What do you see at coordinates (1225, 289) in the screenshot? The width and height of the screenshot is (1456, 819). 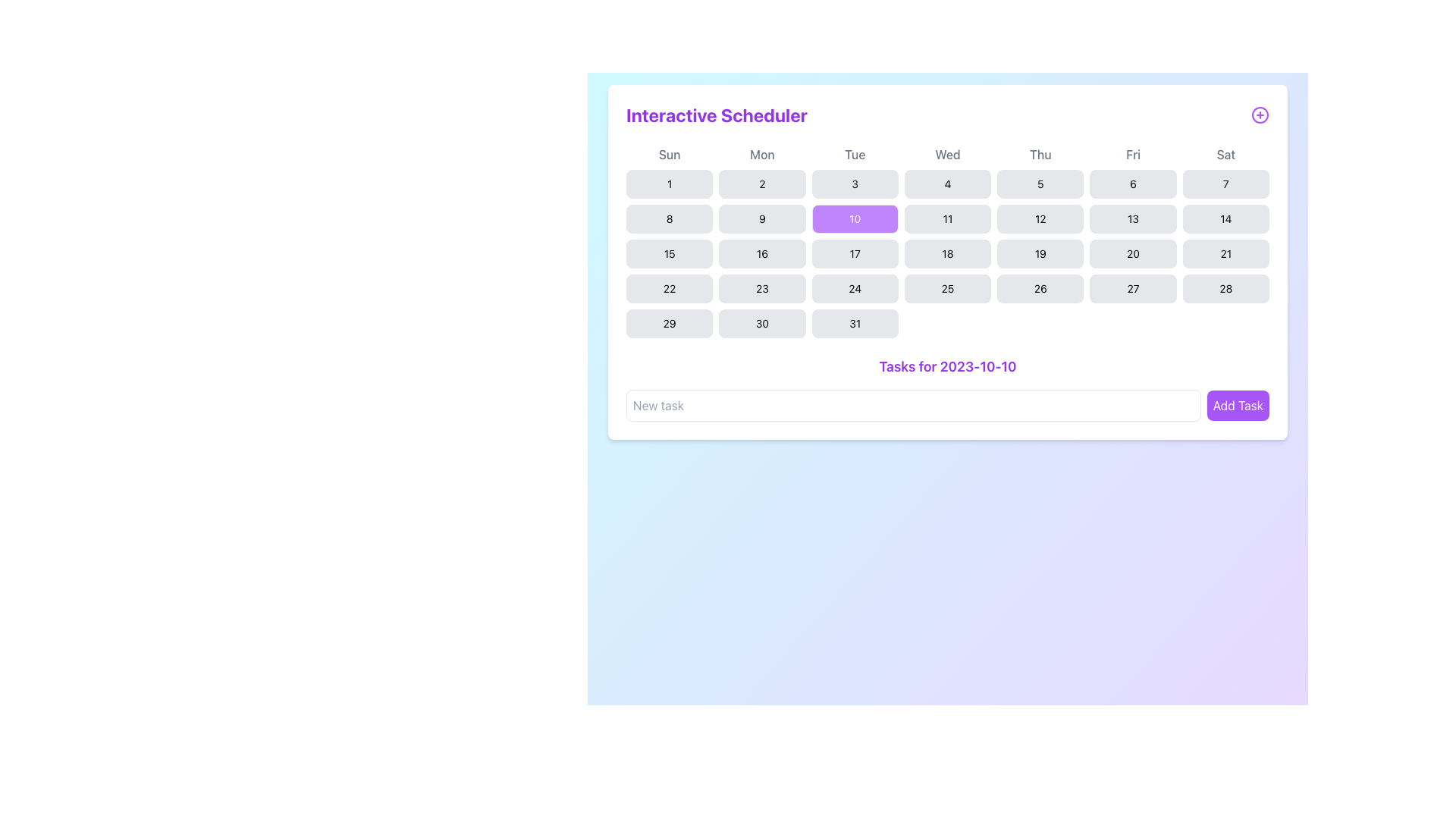 I see `the button labeled '28' in the last row of the calendar grid, positioned under the 'Sat' column header` at bounding box center [1225, 289].